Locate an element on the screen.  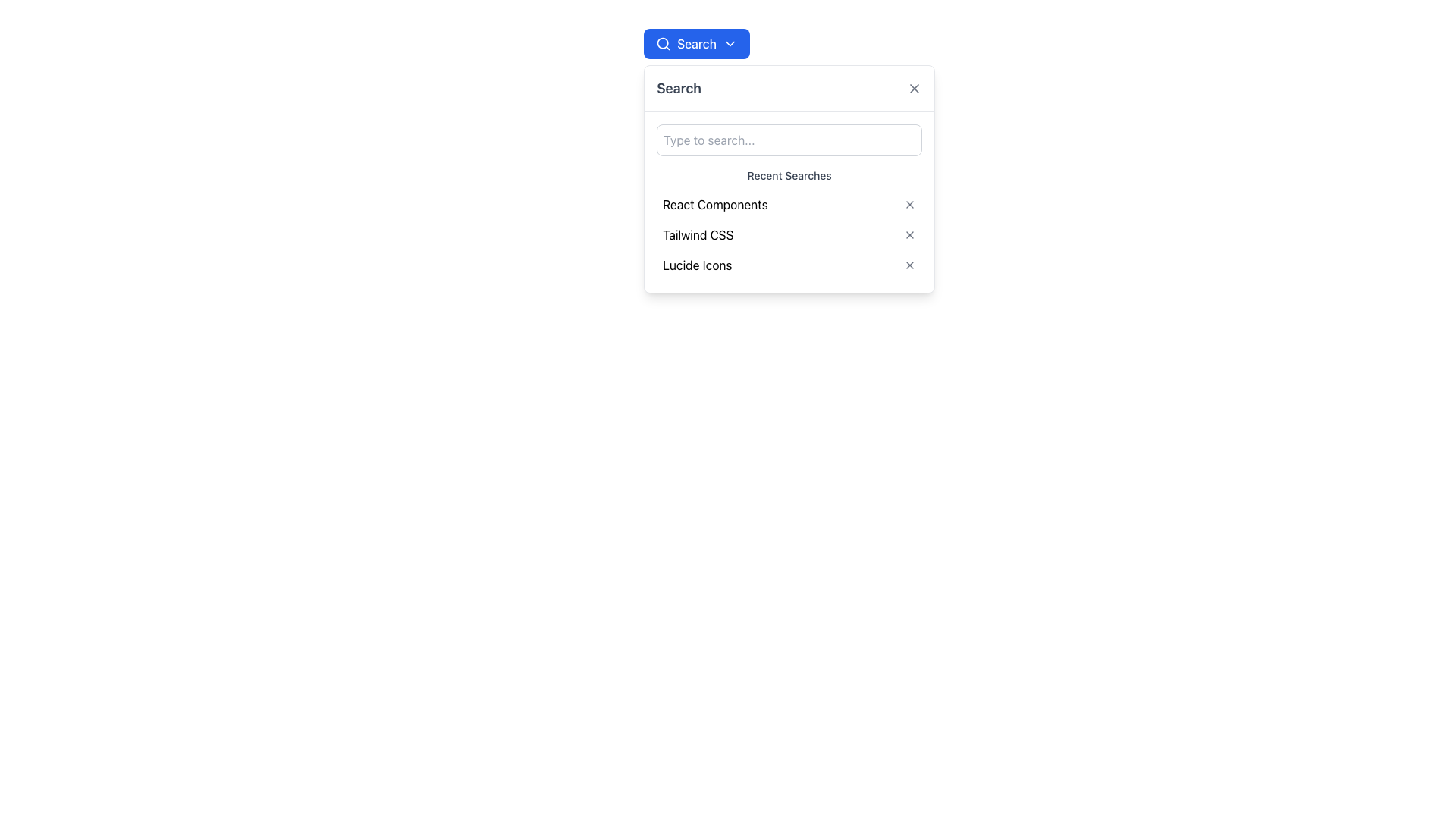
the Chevron Down icon located within the 'Search' button is located at coordinates (730, 42).